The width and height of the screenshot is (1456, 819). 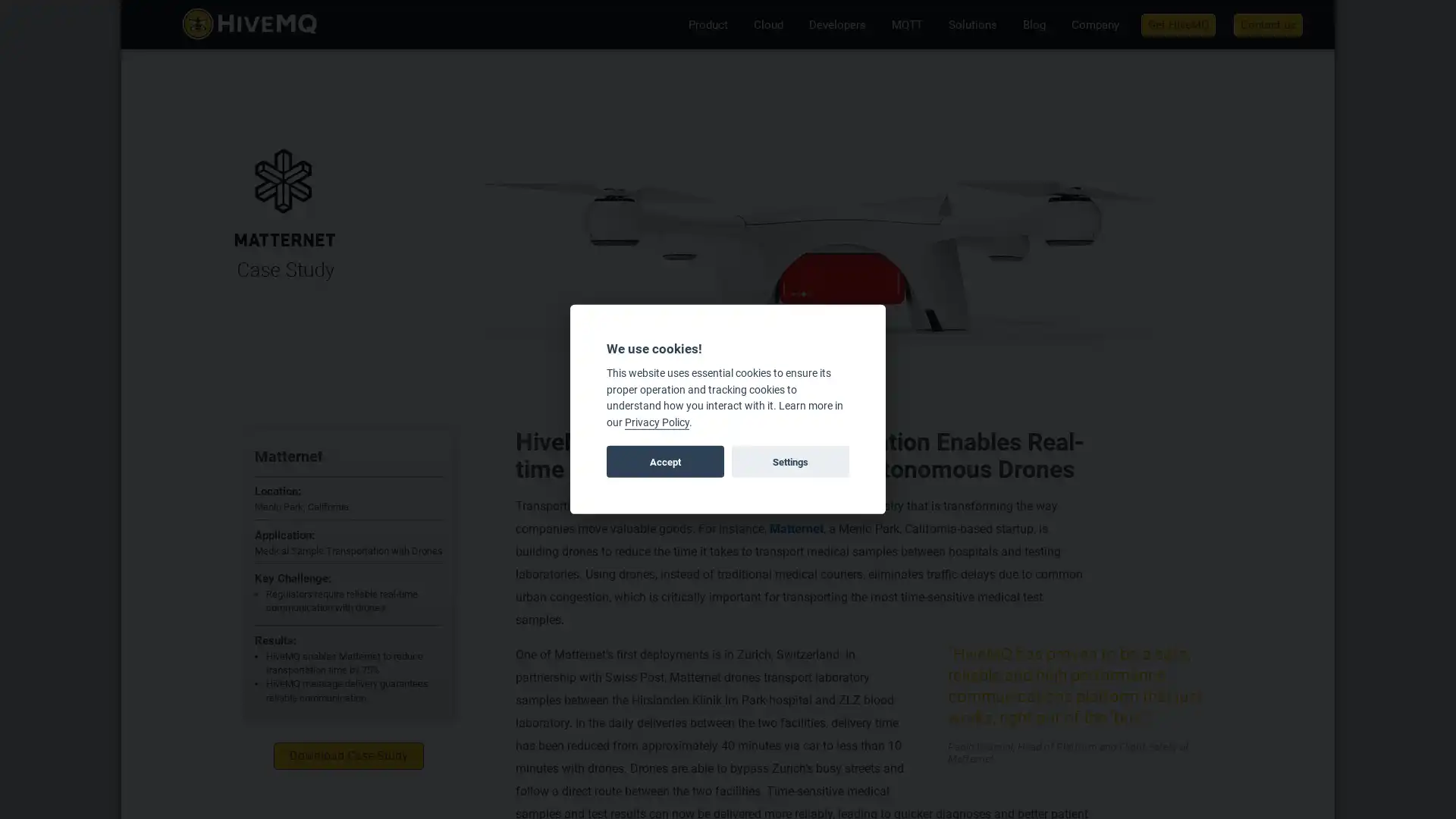 I want to click on Get HiveMQ, so click(x=1178, y=24).